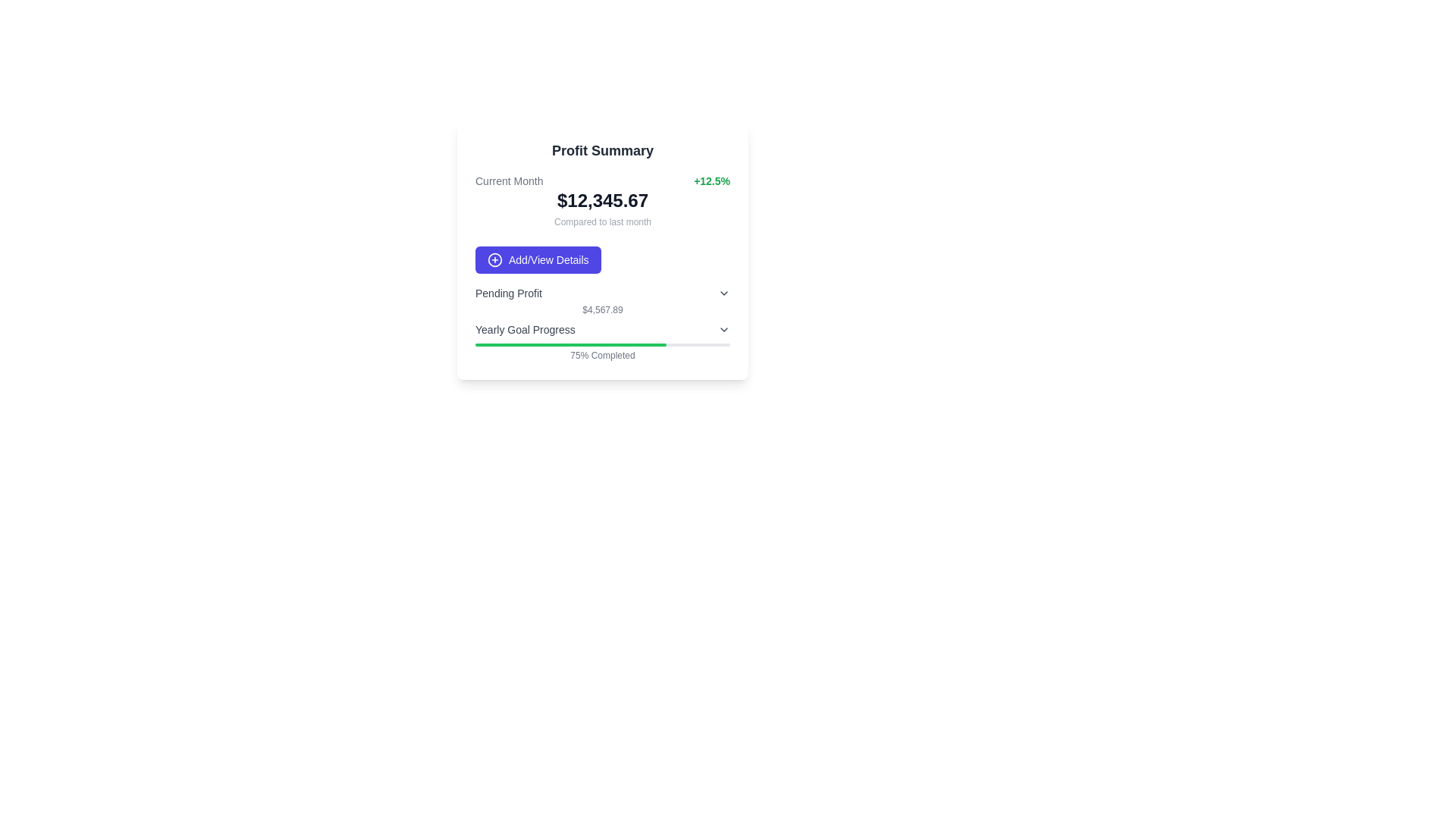 The image size is (1456, 819). I want to click on the Progress Bar located under the 'Yearly Goal Progress' label in the 'Profit Summary' card, which is filled three-quarters with a green color, so click(602, 345).